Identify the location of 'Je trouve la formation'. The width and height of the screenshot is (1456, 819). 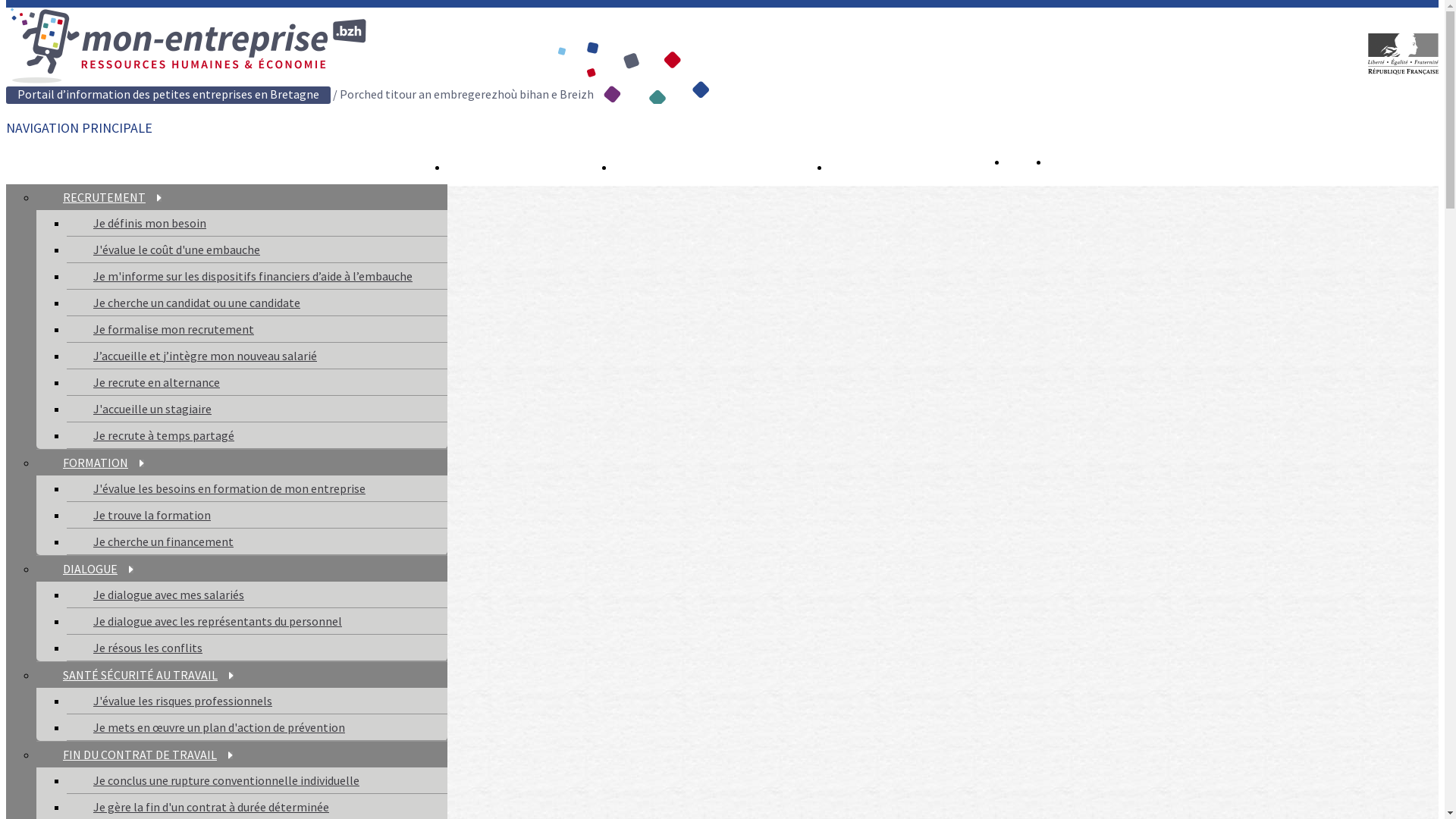
(152, 513).